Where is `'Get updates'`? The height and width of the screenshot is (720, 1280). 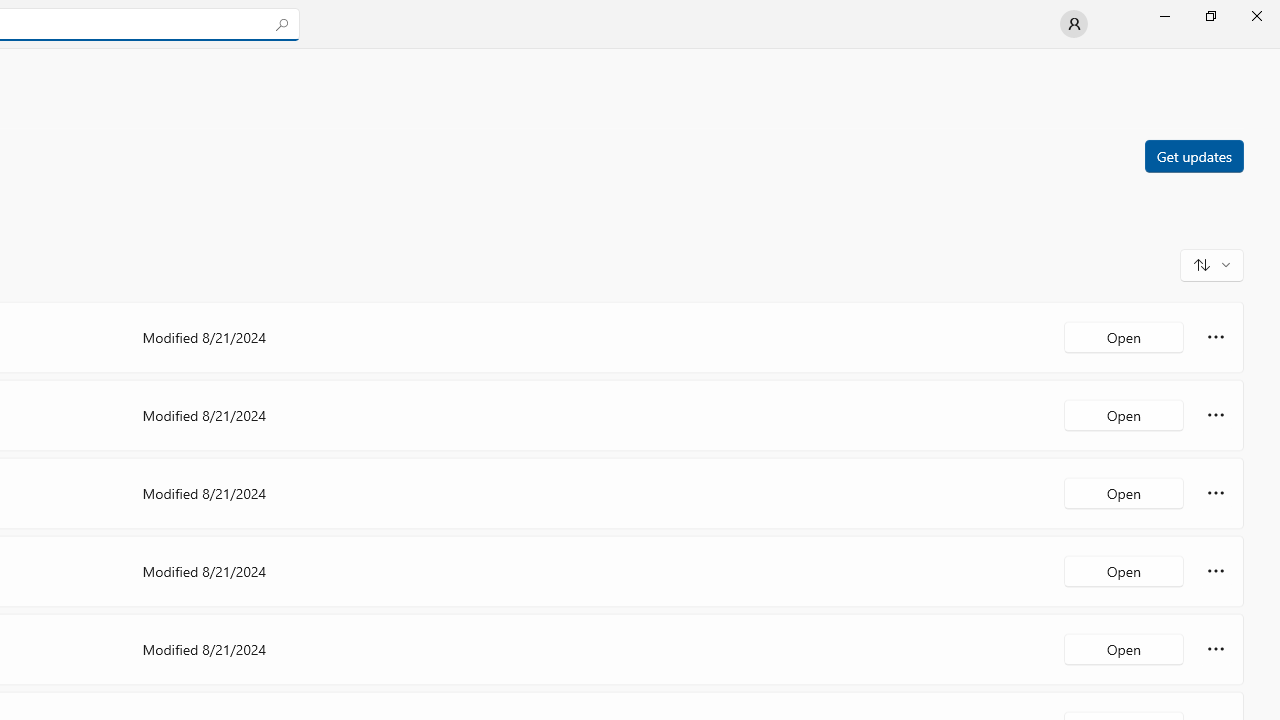 'Get updates' is located at coordinates (1193, 154).